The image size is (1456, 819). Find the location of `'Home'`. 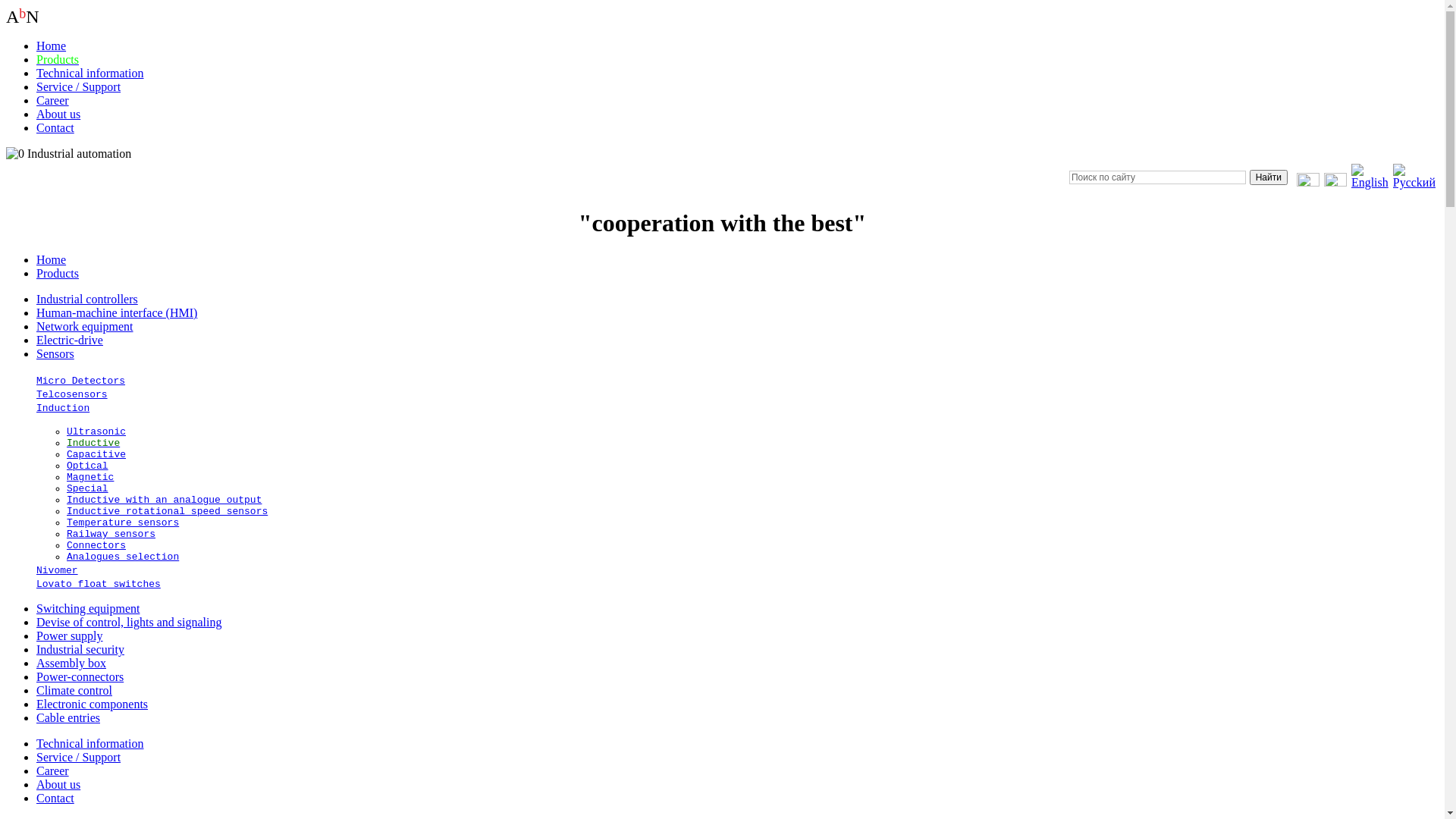

'Home' is located at coordinates (51, 45).